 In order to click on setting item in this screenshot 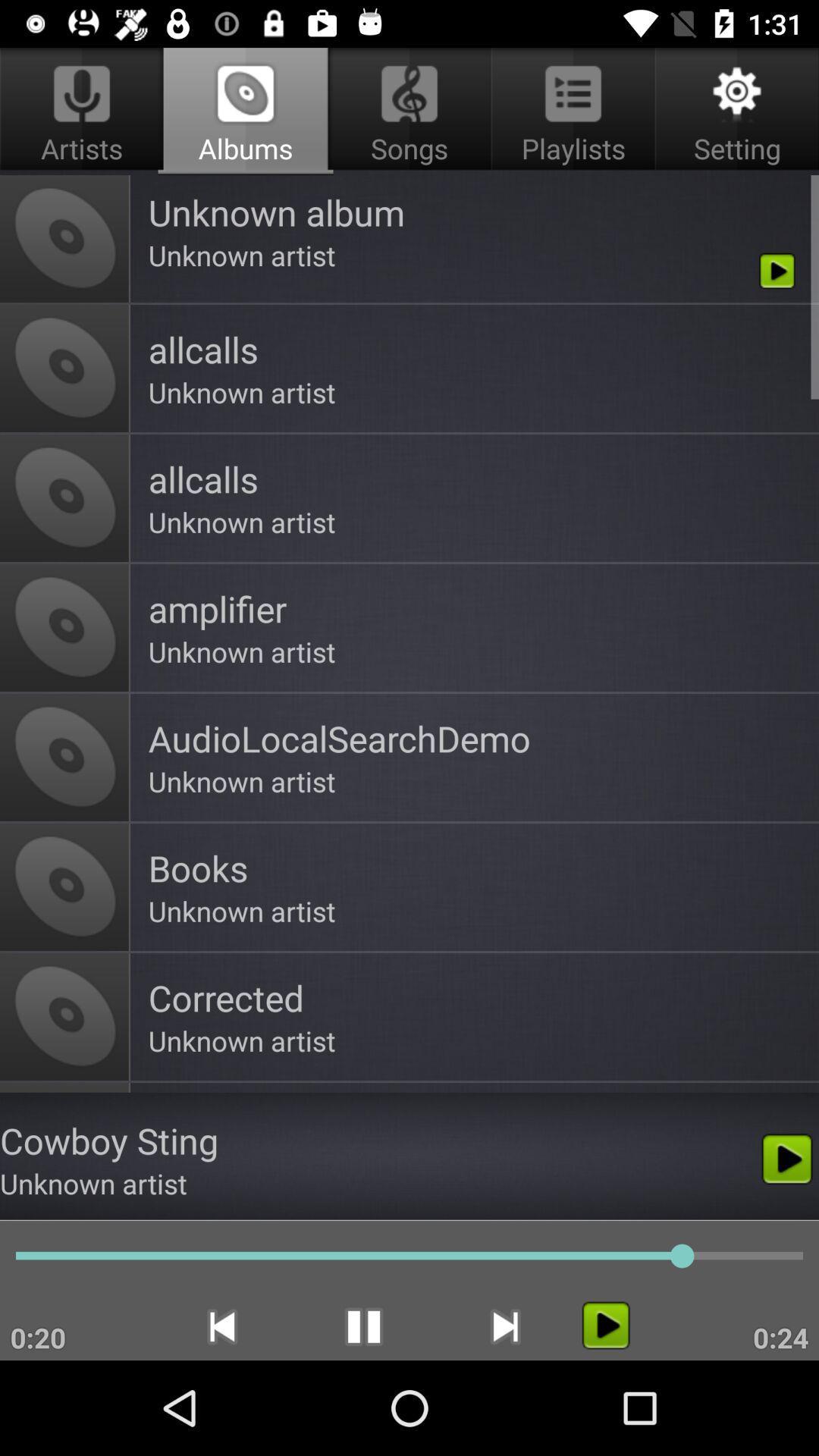, I will do `click(733, 111)`.